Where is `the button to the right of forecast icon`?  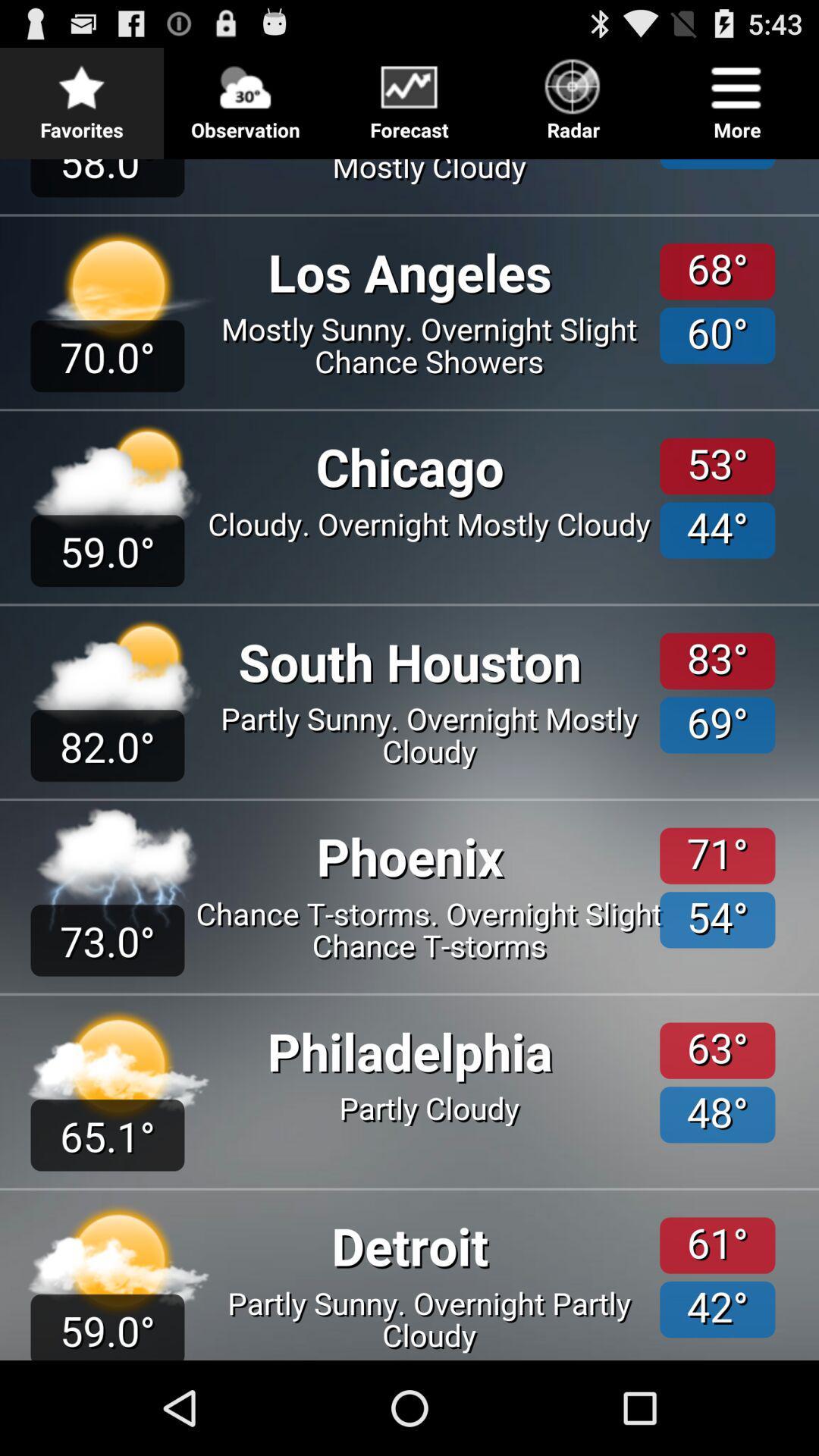
the button to the right of forecast icon is located at coordinates (573, 94).